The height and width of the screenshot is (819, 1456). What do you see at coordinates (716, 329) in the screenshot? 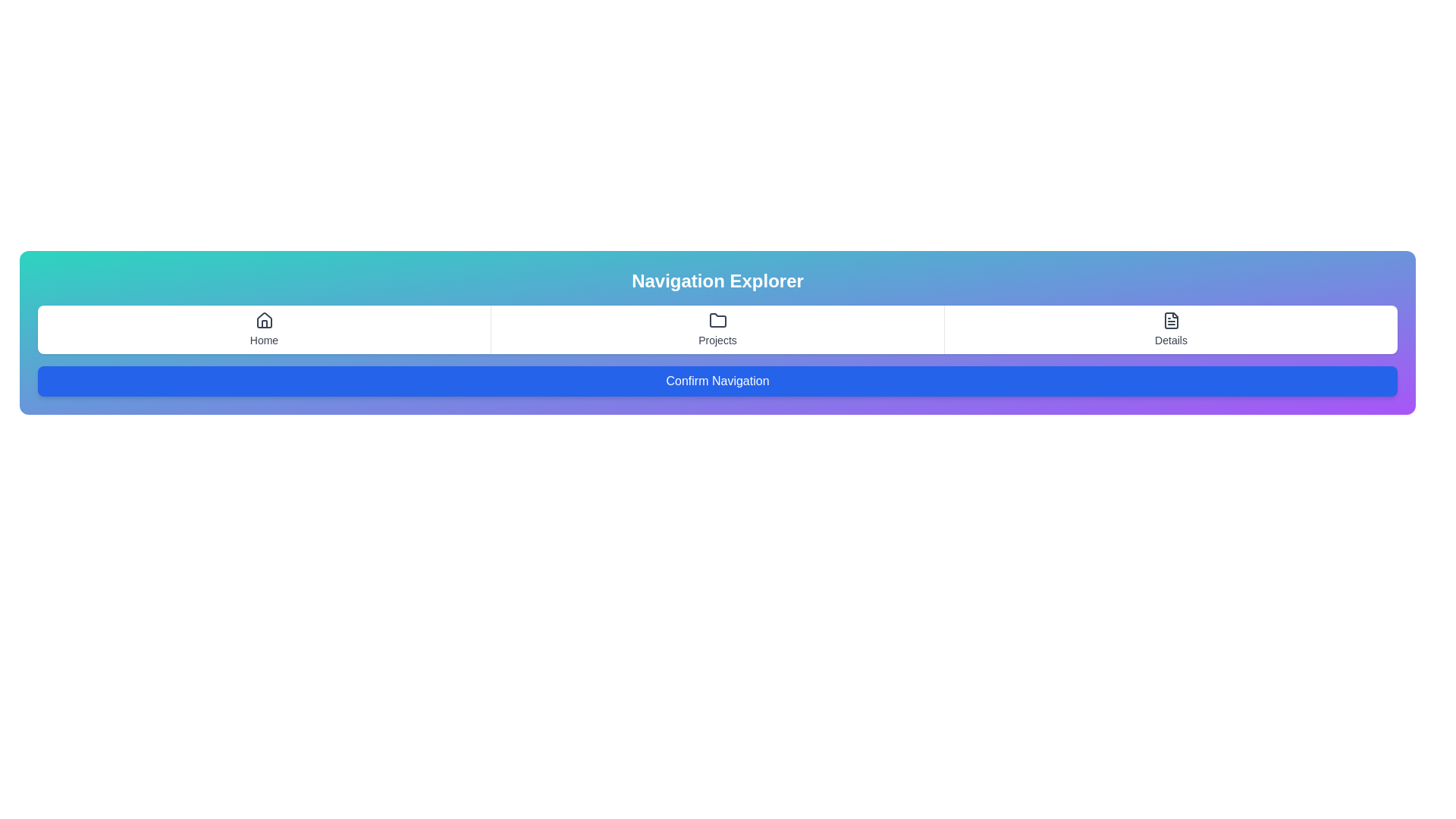
I see `the 'Projects' navigation item, which features a minimalistic folder icon above the text, located in the center section of the navigation bar` at bounding box center [716, 329].